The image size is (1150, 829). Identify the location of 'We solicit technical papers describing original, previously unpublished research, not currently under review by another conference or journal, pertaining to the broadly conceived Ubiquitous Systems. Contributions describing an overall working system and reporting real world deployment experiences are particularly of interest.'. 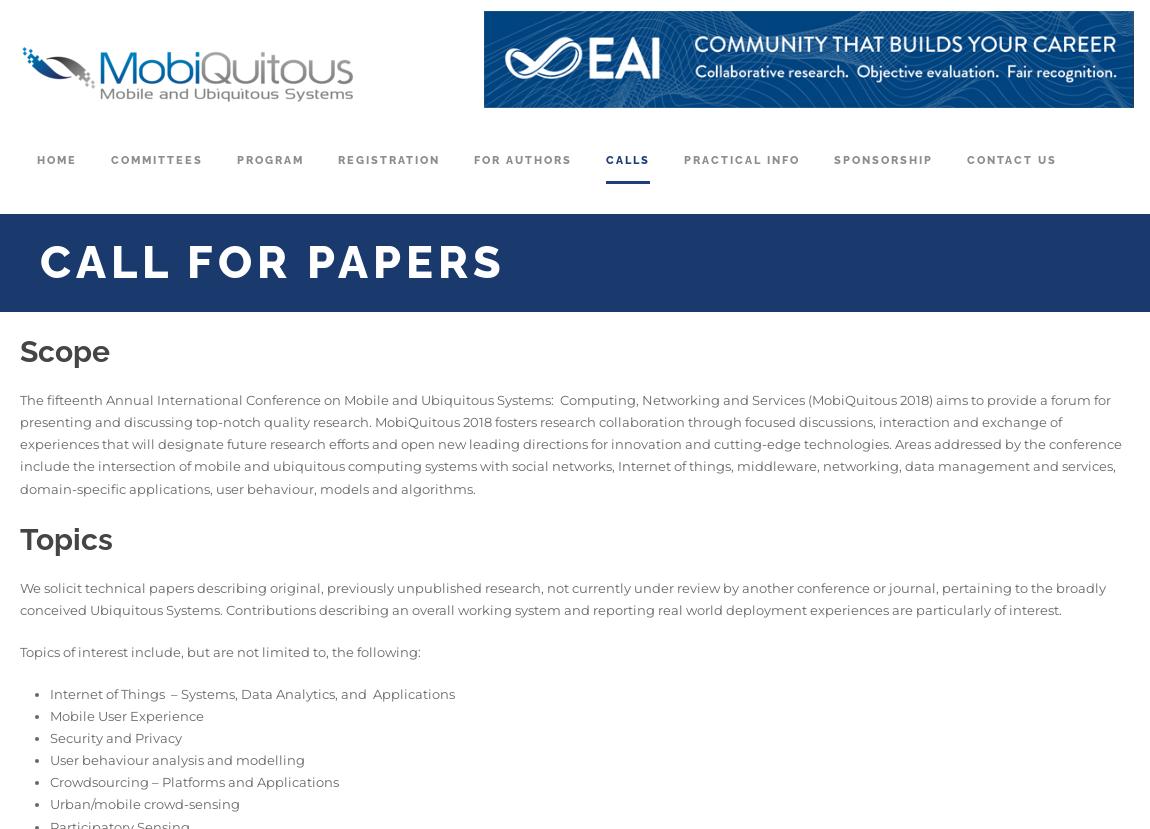
(19, 597).